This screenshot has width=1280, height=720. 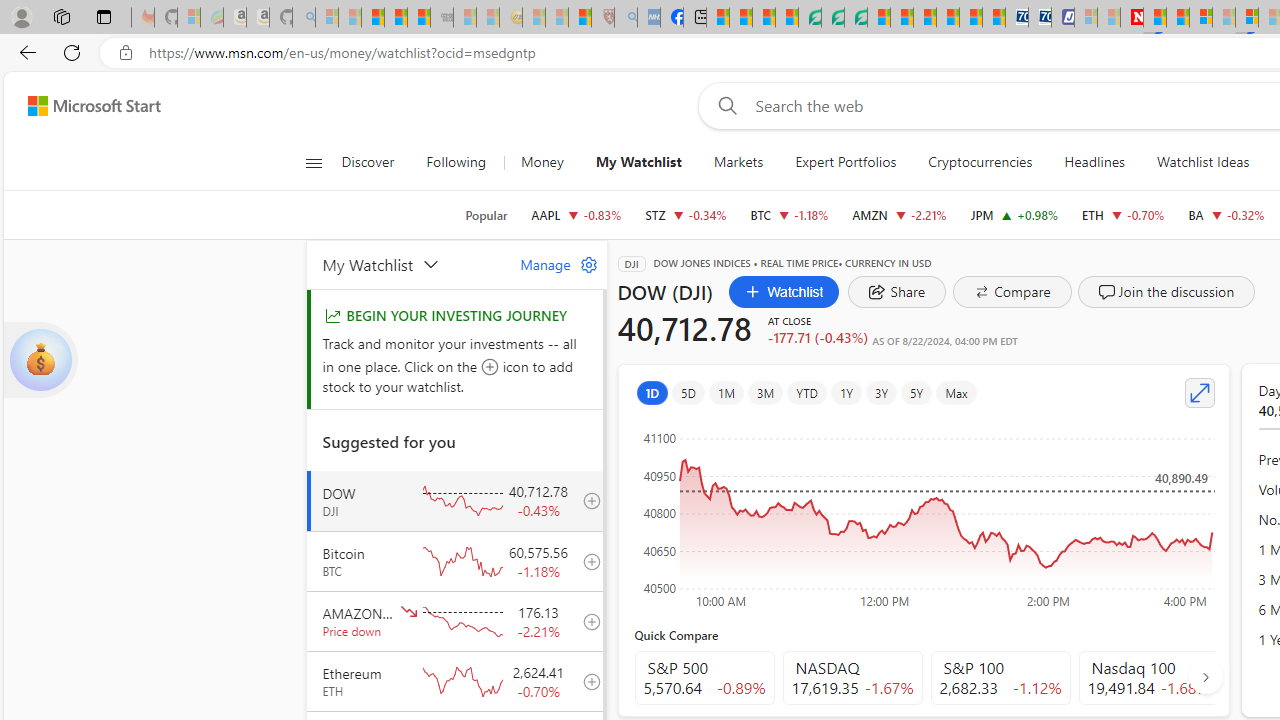 I want to click on 'Watchlist Ideas', so click(x=1202, y=162).